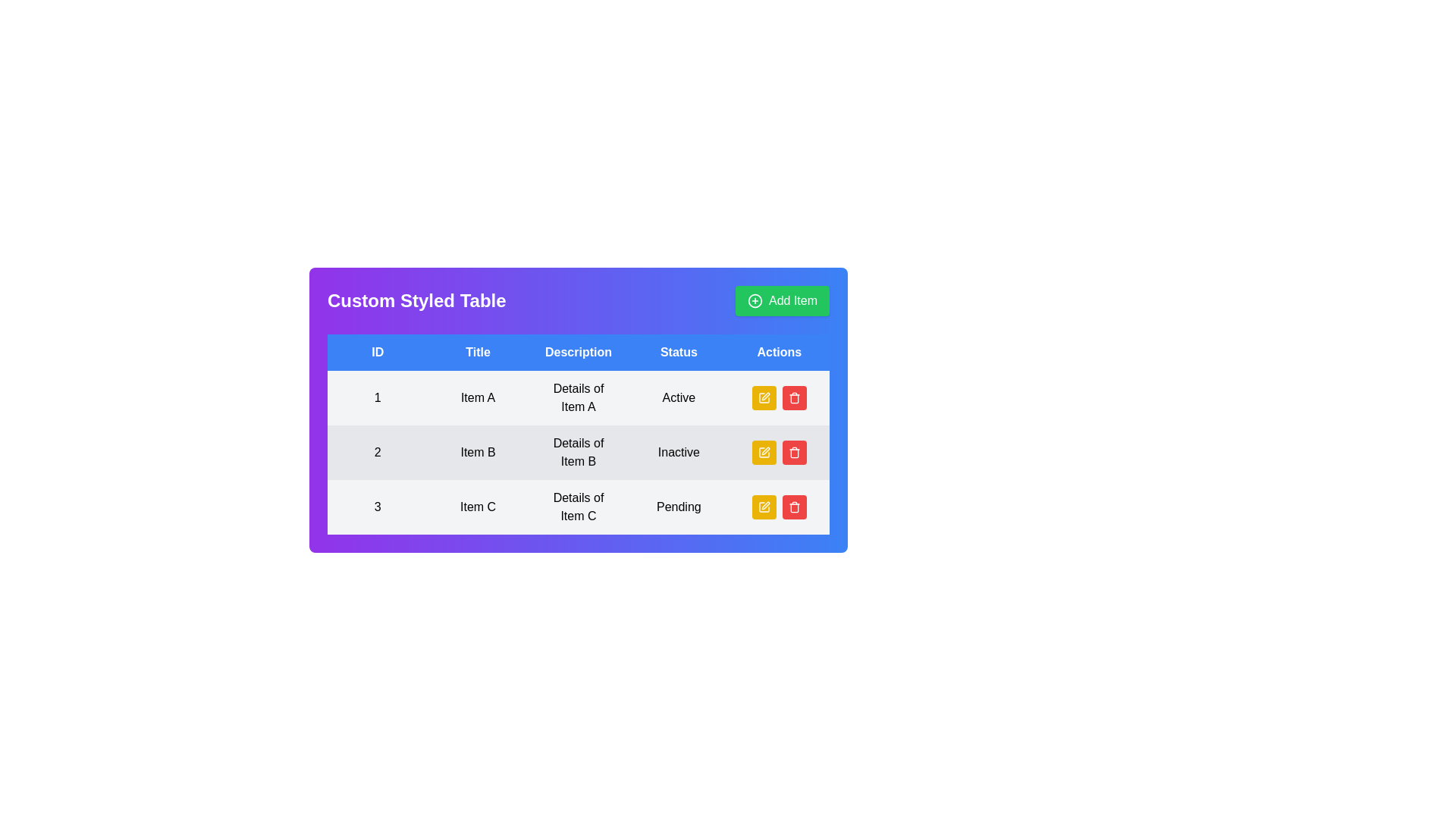  What do you see at coordinates (578, 397) in the screenshot?
I see `the Text label that displays information about 'Item A', located in the third column of the first row of the table, between the 'Item A' title and the 'Active' status` at bounding box center [578, 397].